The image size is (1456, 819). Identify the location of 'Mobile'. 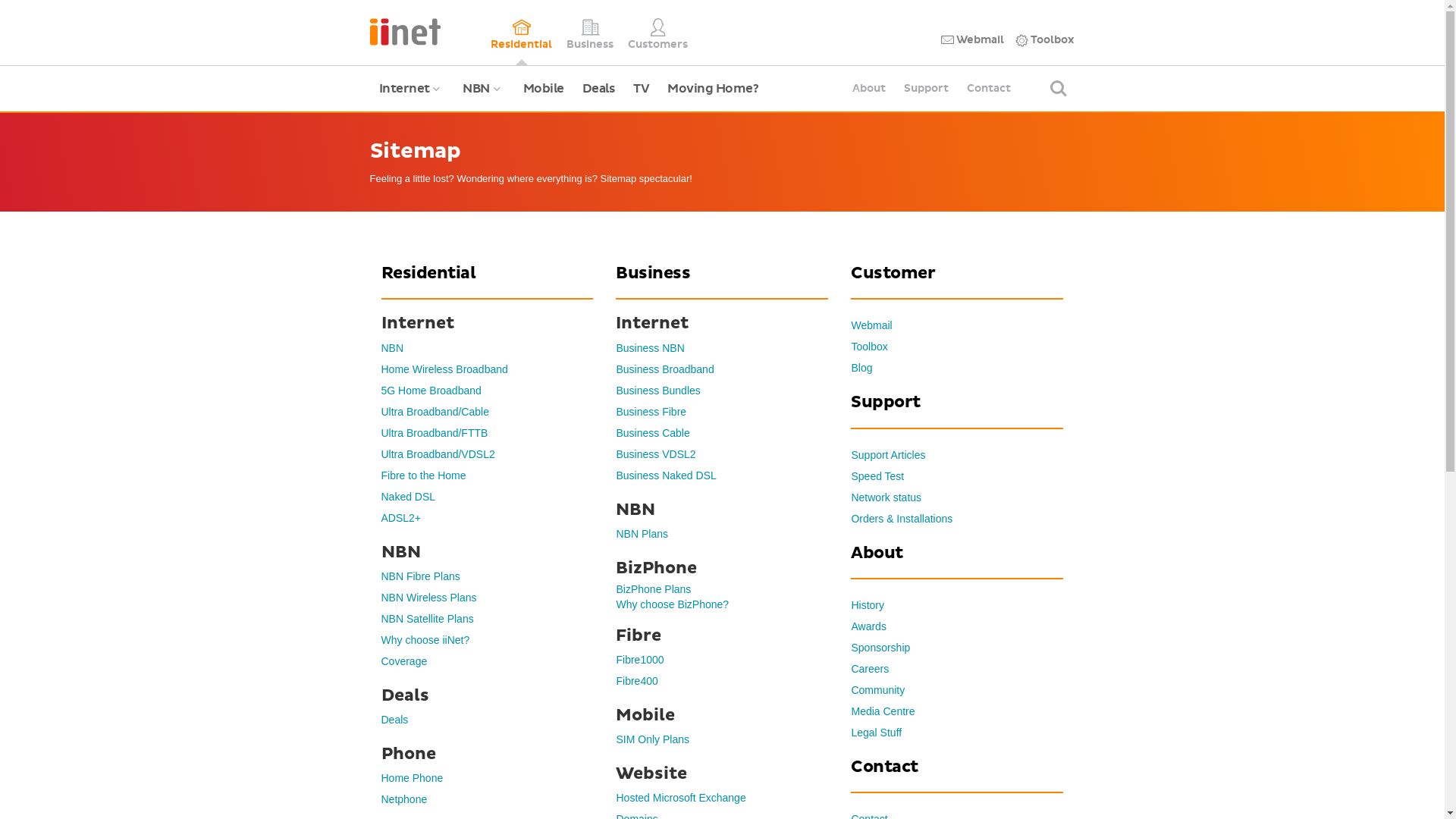
(543, 88).